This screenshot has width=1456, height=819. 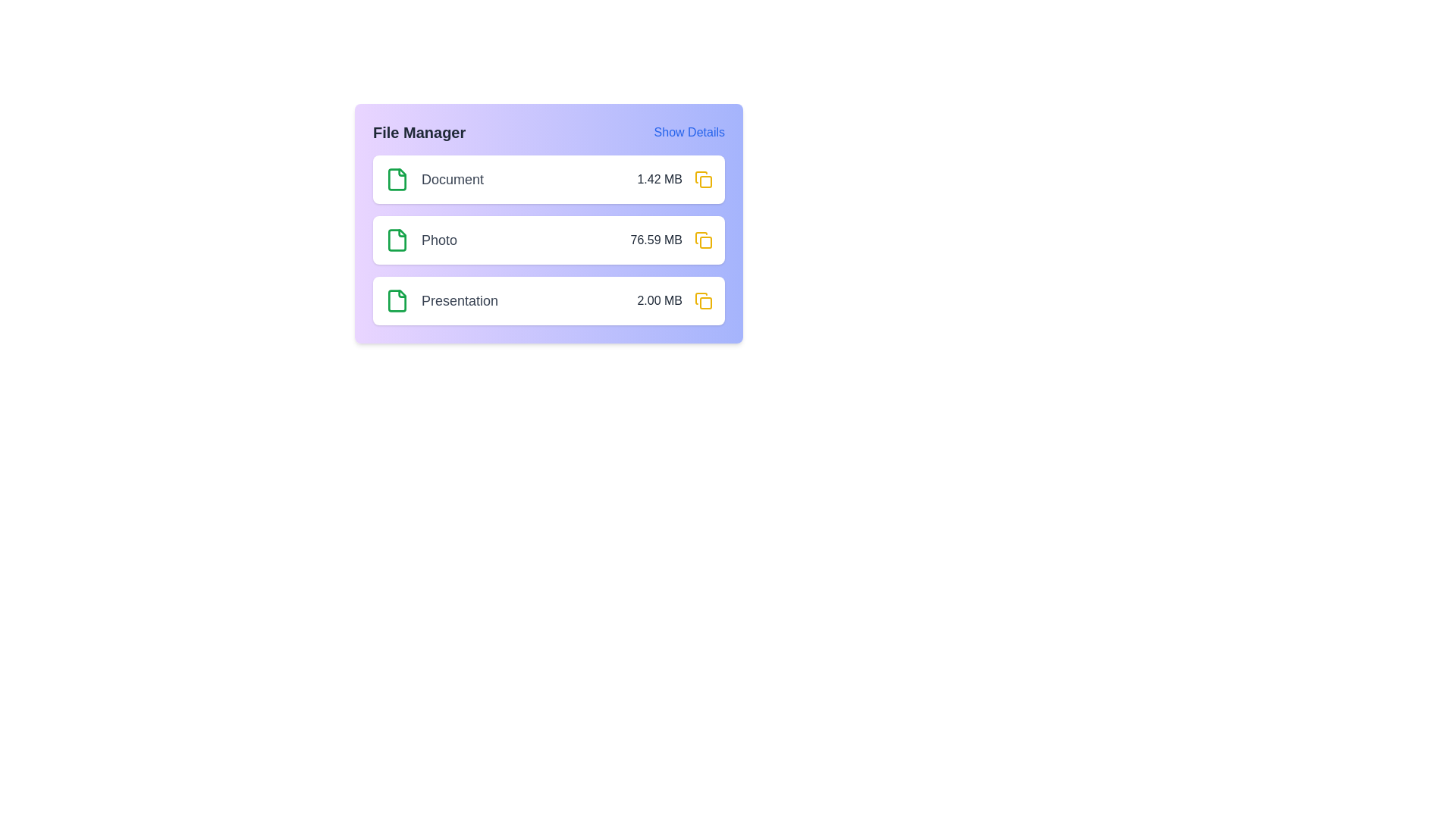 I want to click on the label that identifies the name 'Photo', which is the second entry in a card listing of three entries titled Document, Photo, and Presentation, so click(x=421, y=239).